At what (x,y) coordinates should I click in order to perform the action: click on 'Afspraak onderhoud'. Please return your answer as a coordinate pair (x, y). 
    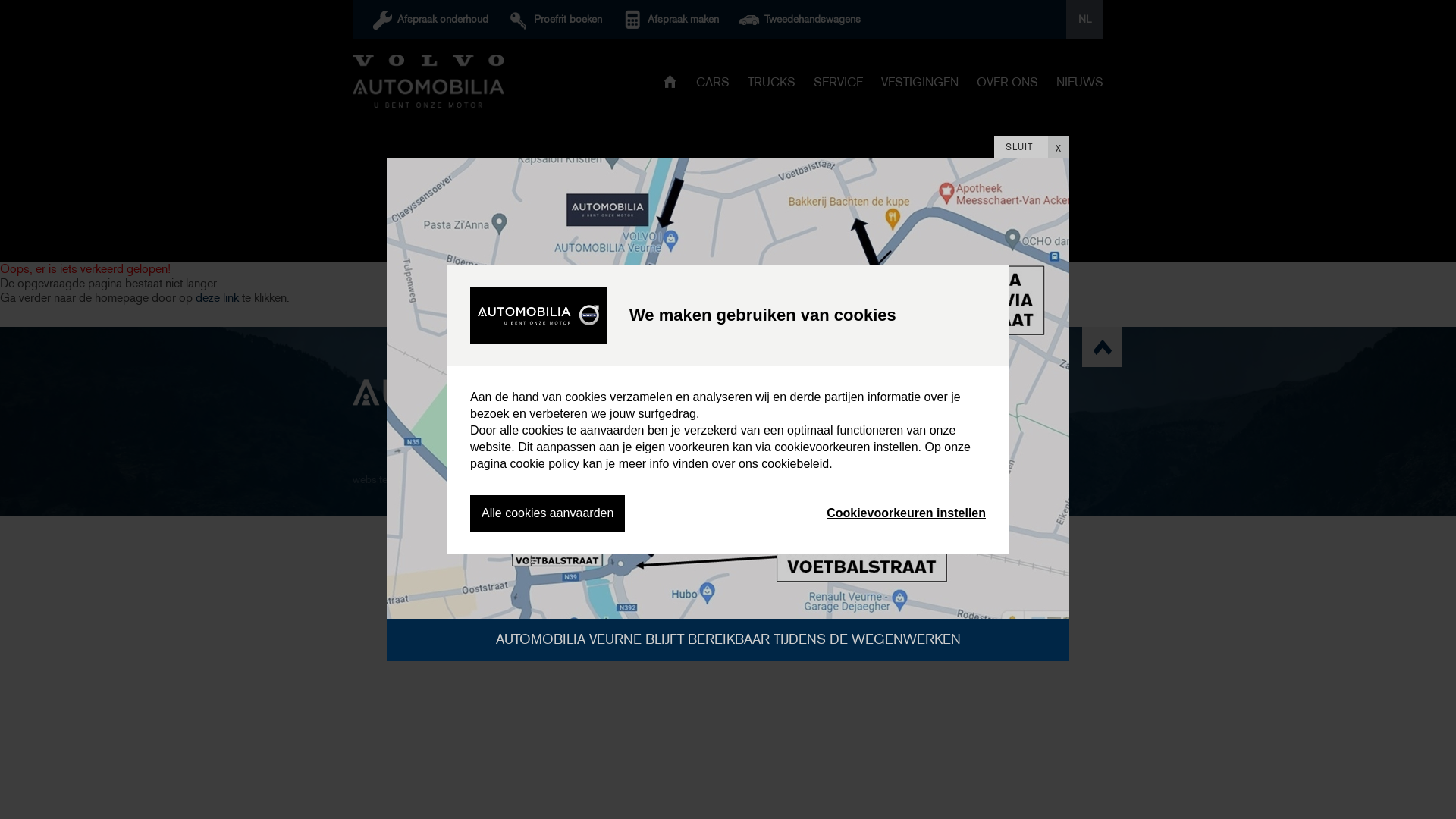
    Looking at the image, I should click on (436, 20).